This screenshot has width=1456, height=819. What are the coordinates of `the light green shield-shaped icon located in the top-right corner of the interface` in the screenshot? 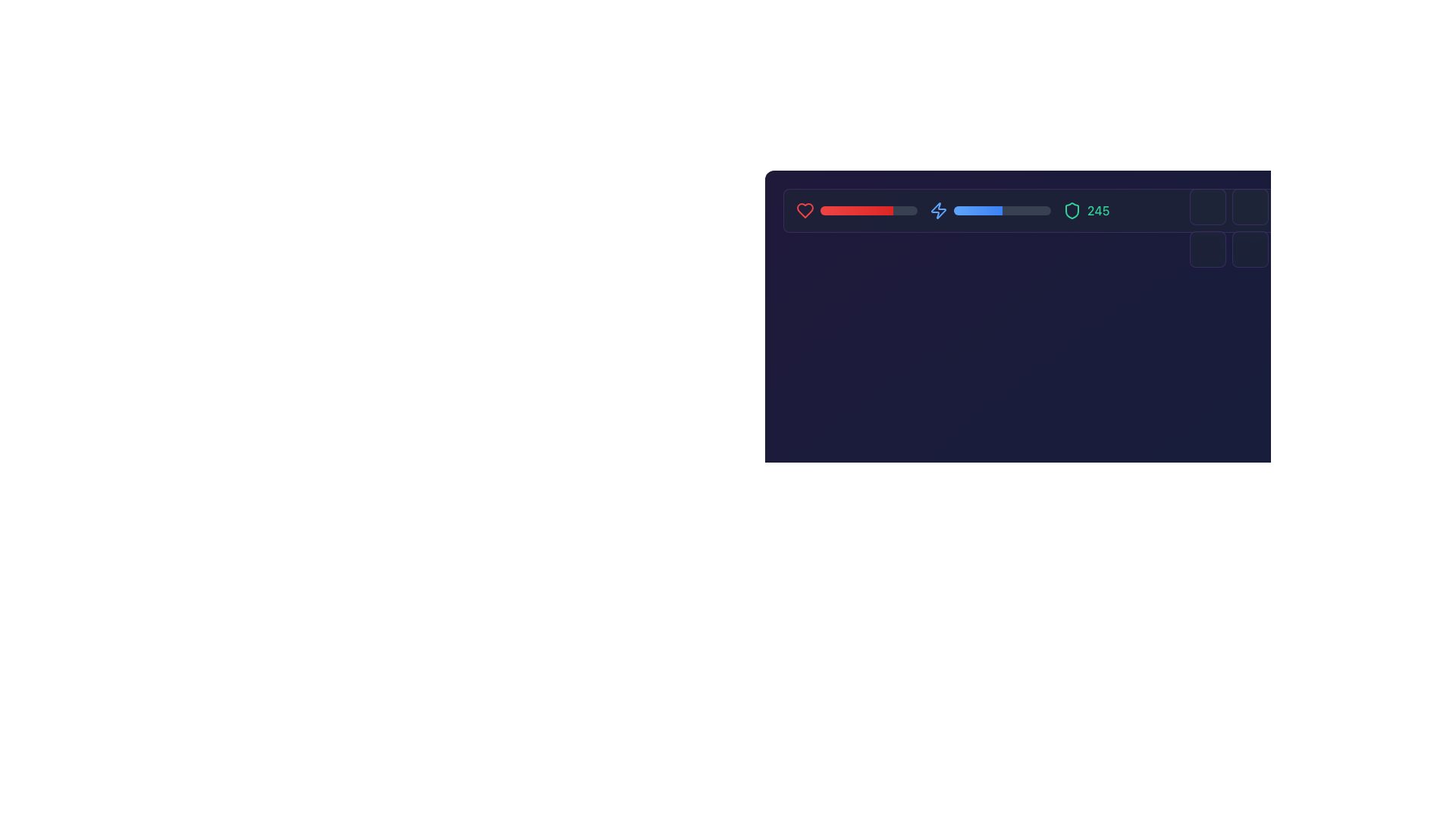 It's located at (1072, 210).